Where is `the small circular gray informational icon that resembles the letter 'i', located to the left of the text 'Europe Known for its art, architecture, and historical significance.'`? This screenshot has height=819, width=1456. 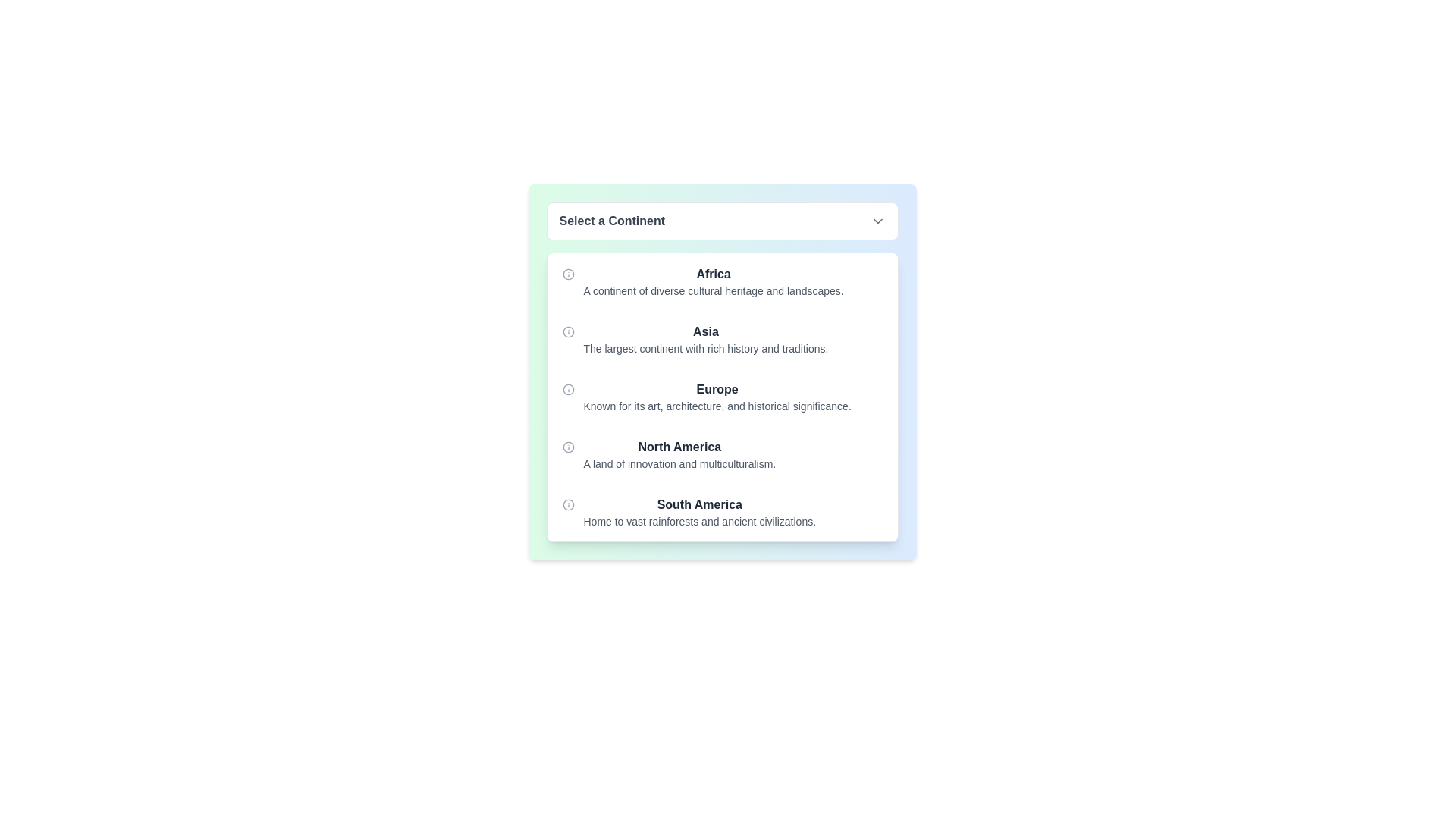
the small circular gray informational icon that resembles the letter 'i', located to the left of the text 'Europe Known for its art, architecture, and historical significance.' is located at coordinates (567, 388).